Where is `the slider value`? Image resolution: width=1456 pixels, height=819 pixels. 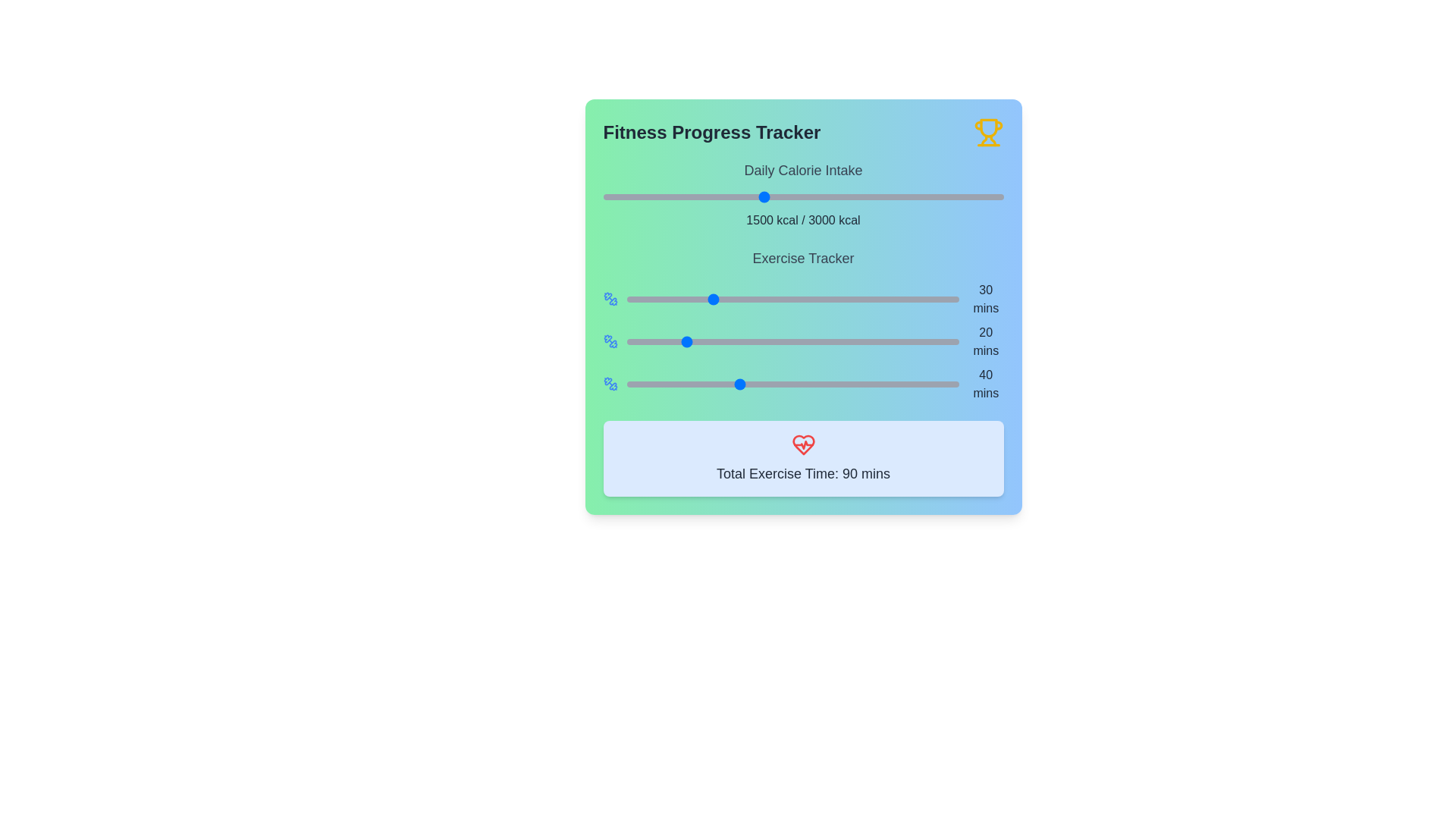
the slider value is located at coordinates (901, 342).